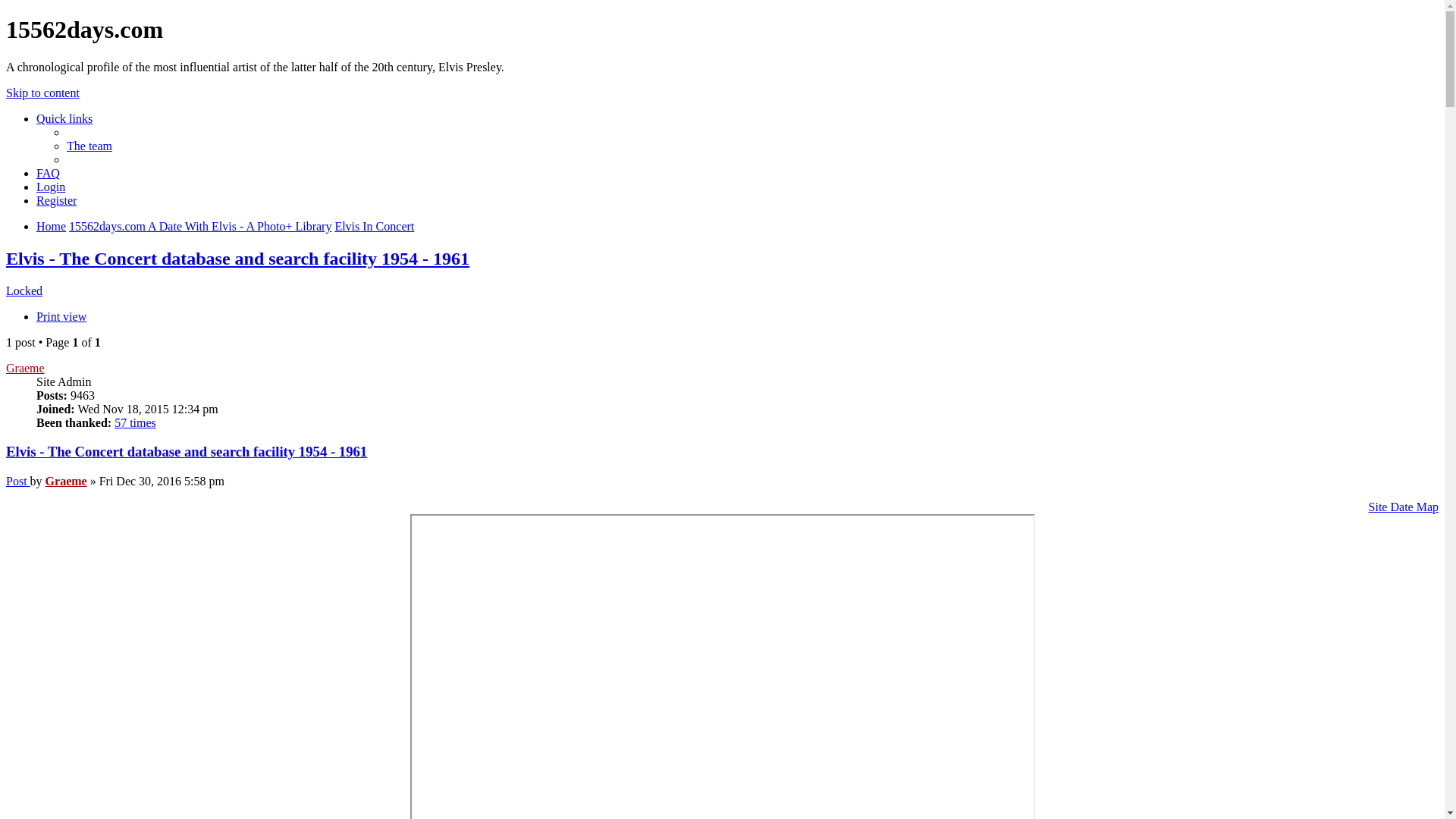 The width and height of the screenshot is (1456, 819). I want to click on 'The team', so click(65, 146).